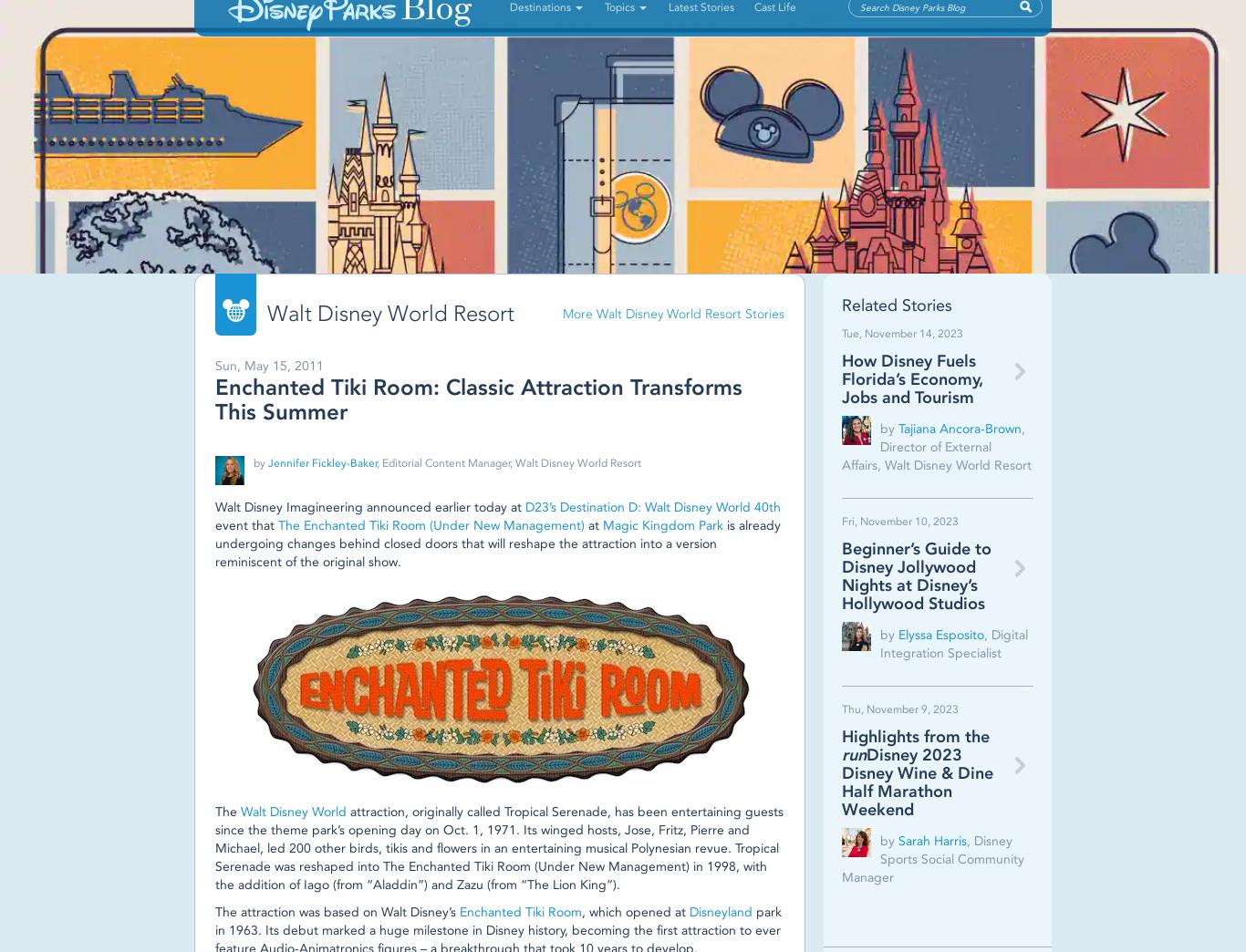 The image size is (1246, 952). What do you see at coordinates (540, 52) in the screenshot?
I see `'Destinations'` at bounding box center [540, 52].